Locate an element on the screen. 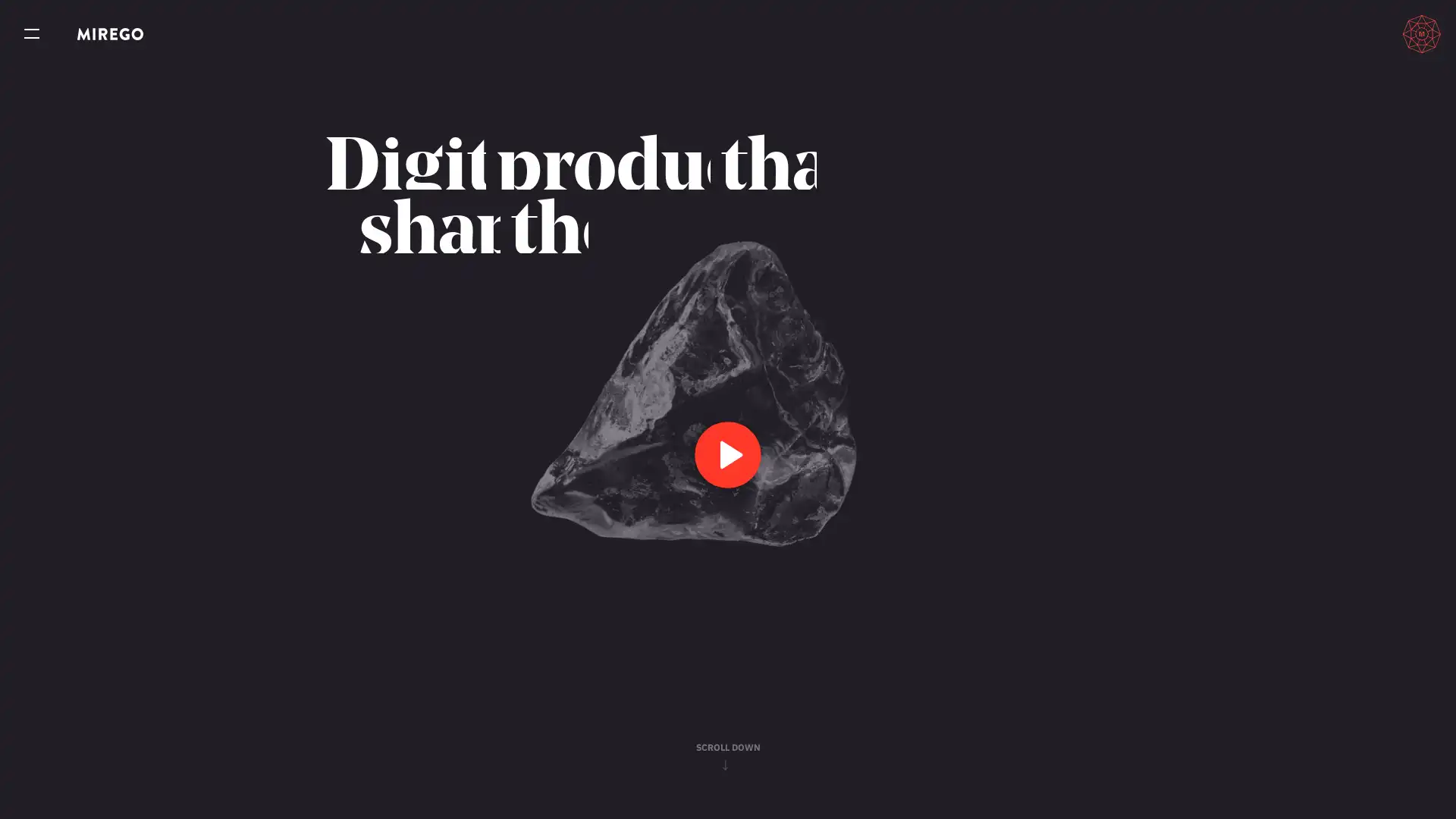 This screenshot has height=819, width=1456. Passer a la version francaise is located at coordinates (1351, 33).